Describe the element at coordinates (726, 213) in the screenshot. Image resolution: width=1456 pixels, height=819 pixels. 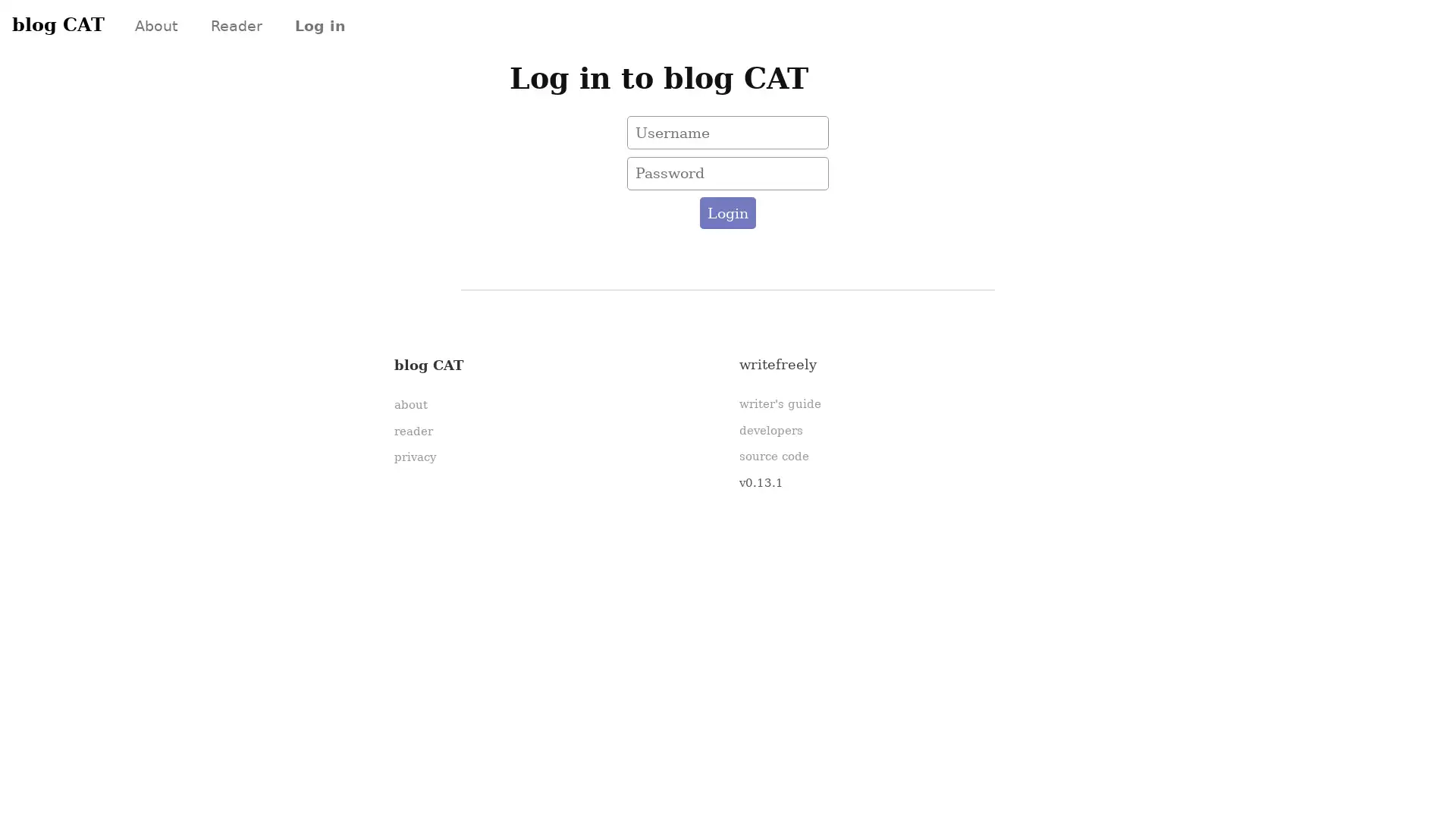
I see `Login` at that location.